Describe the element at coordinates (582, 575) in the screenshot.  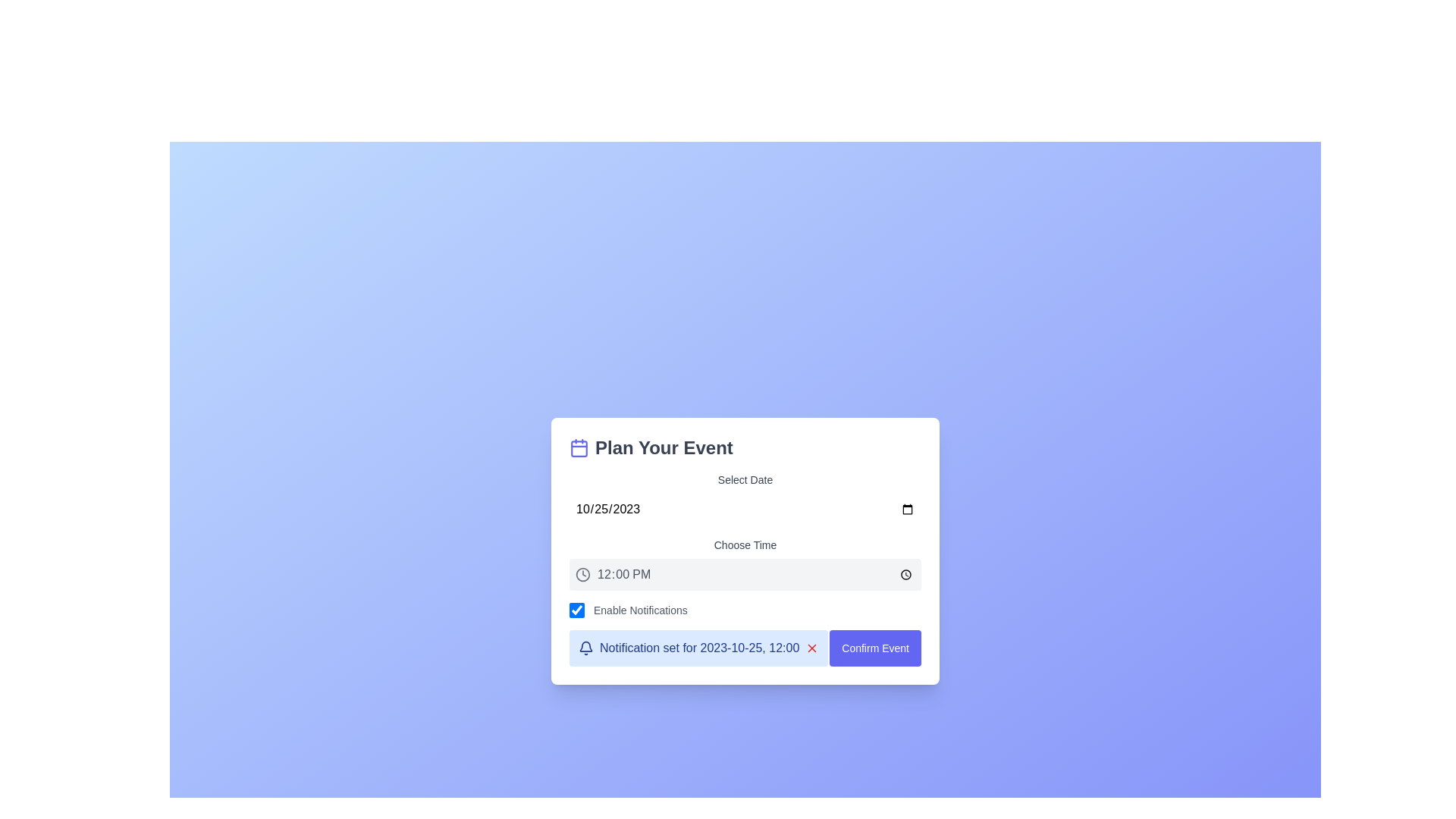
I see `the decorative SVG icon located on the left side of the 'Choose Time' input field` at that location.